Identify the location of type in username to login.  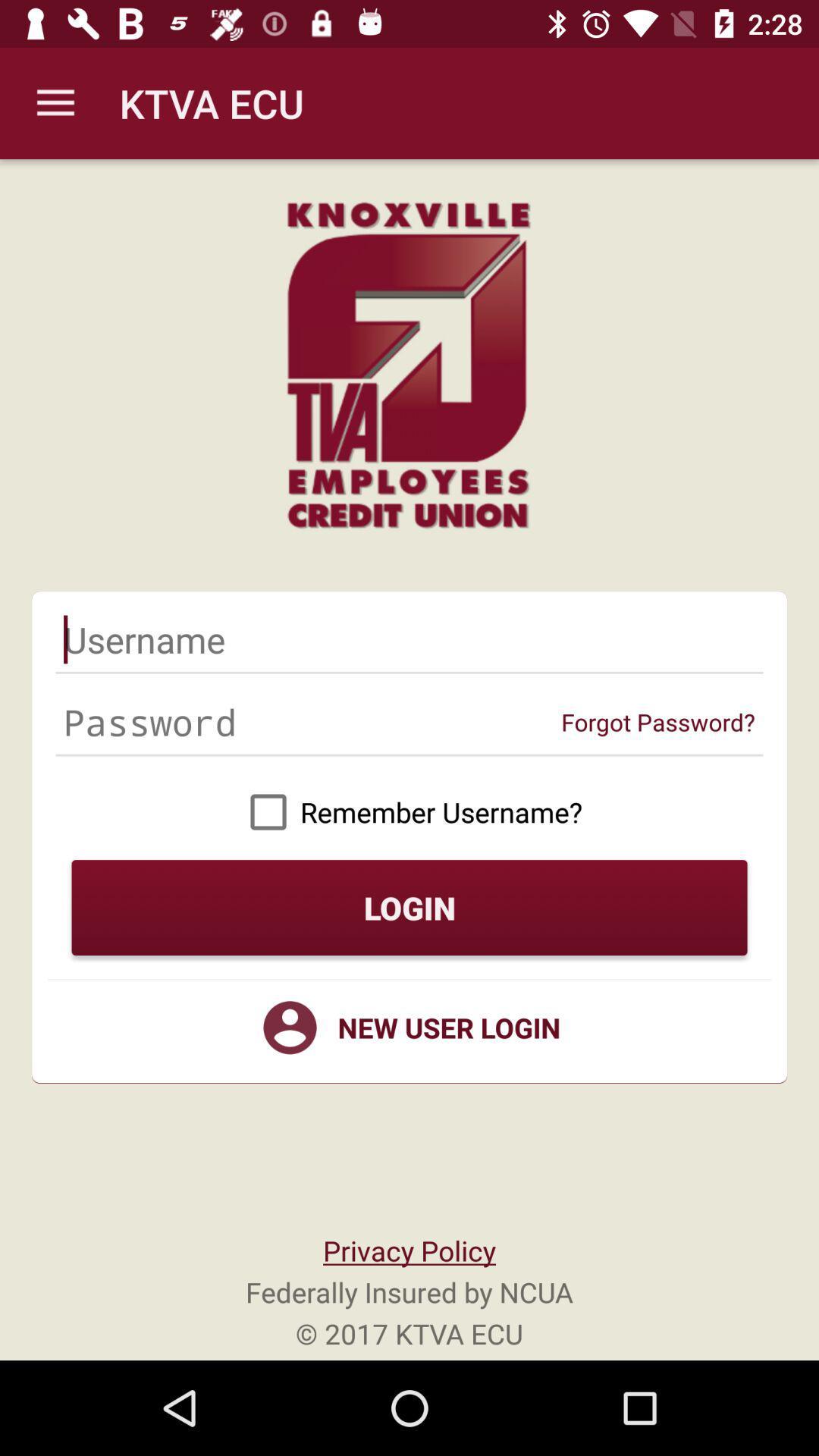
(409, 639).